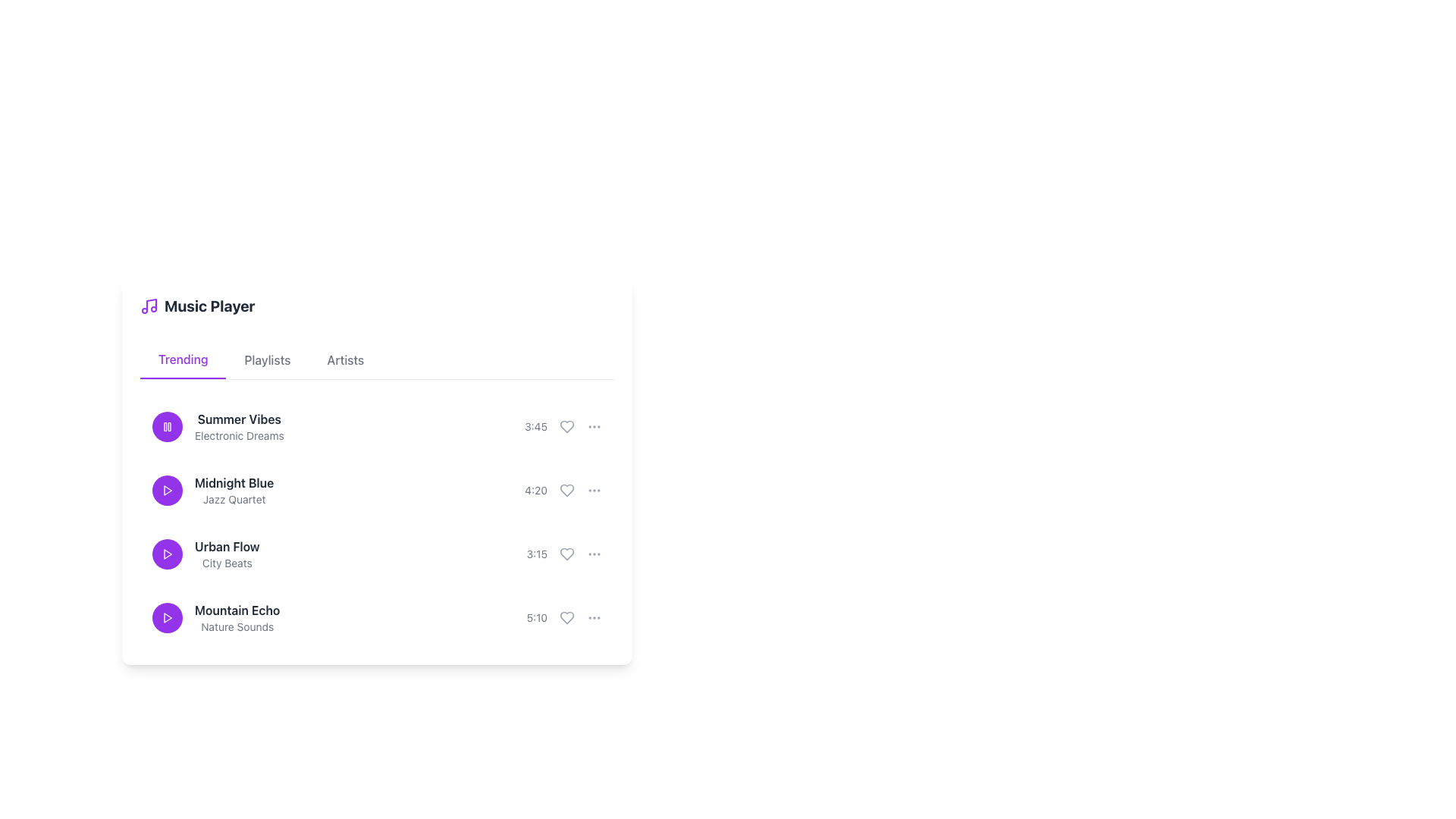 Image resolution: width=1456 pixels, height=819 pixels. Describe the element at coordinates (238, 427) in the screenshot. I see `the text display element that shows the title 'Summer Vibes' and subtitle 'Electronic Dreams' in the first playlist entry of the 'Trending' playlist tab` at that location.